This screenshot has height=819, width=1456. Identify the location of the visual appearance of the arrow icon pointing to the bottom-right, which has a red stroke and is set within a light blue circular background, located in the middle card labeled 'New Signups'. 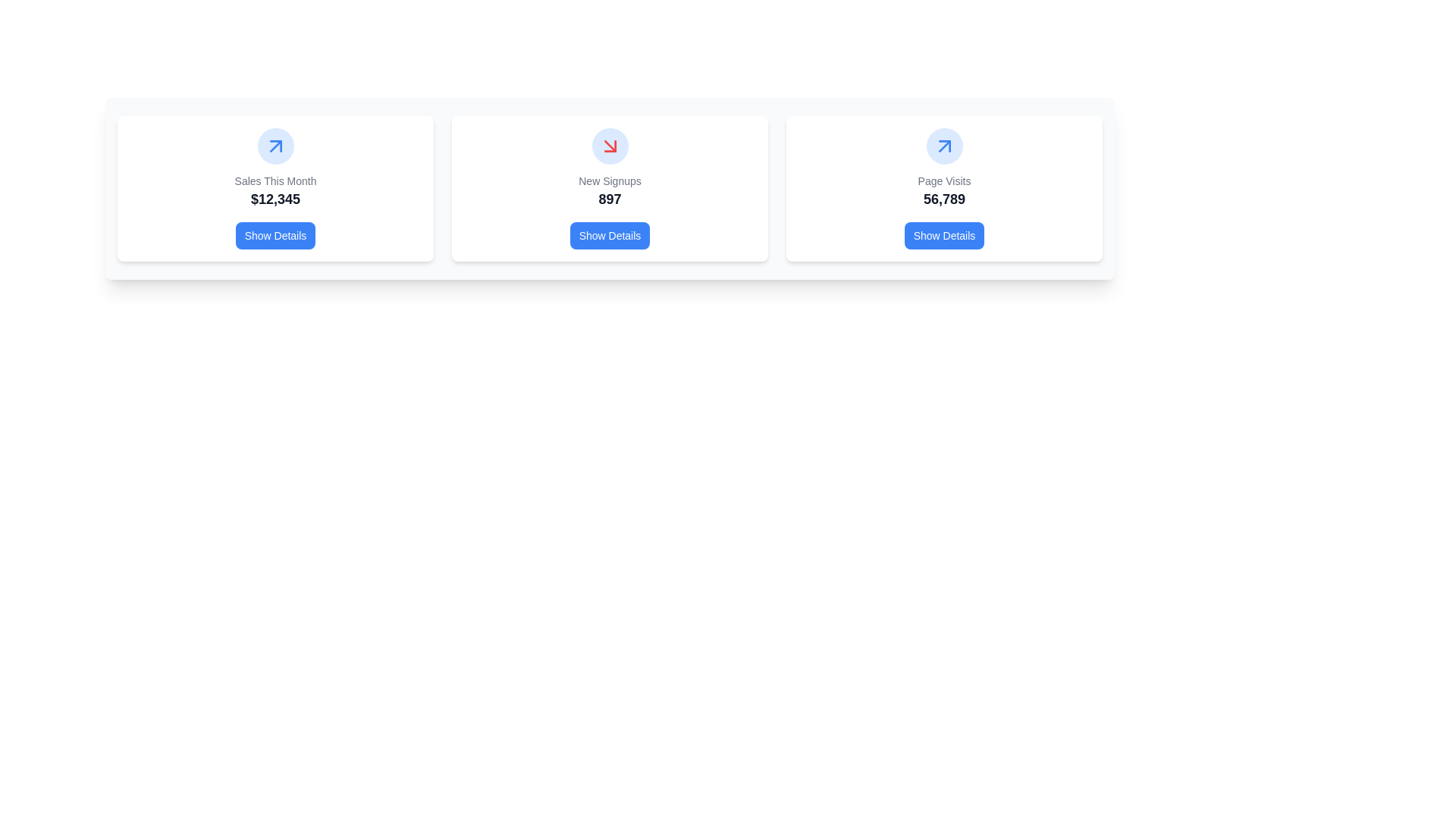
(610, 146).